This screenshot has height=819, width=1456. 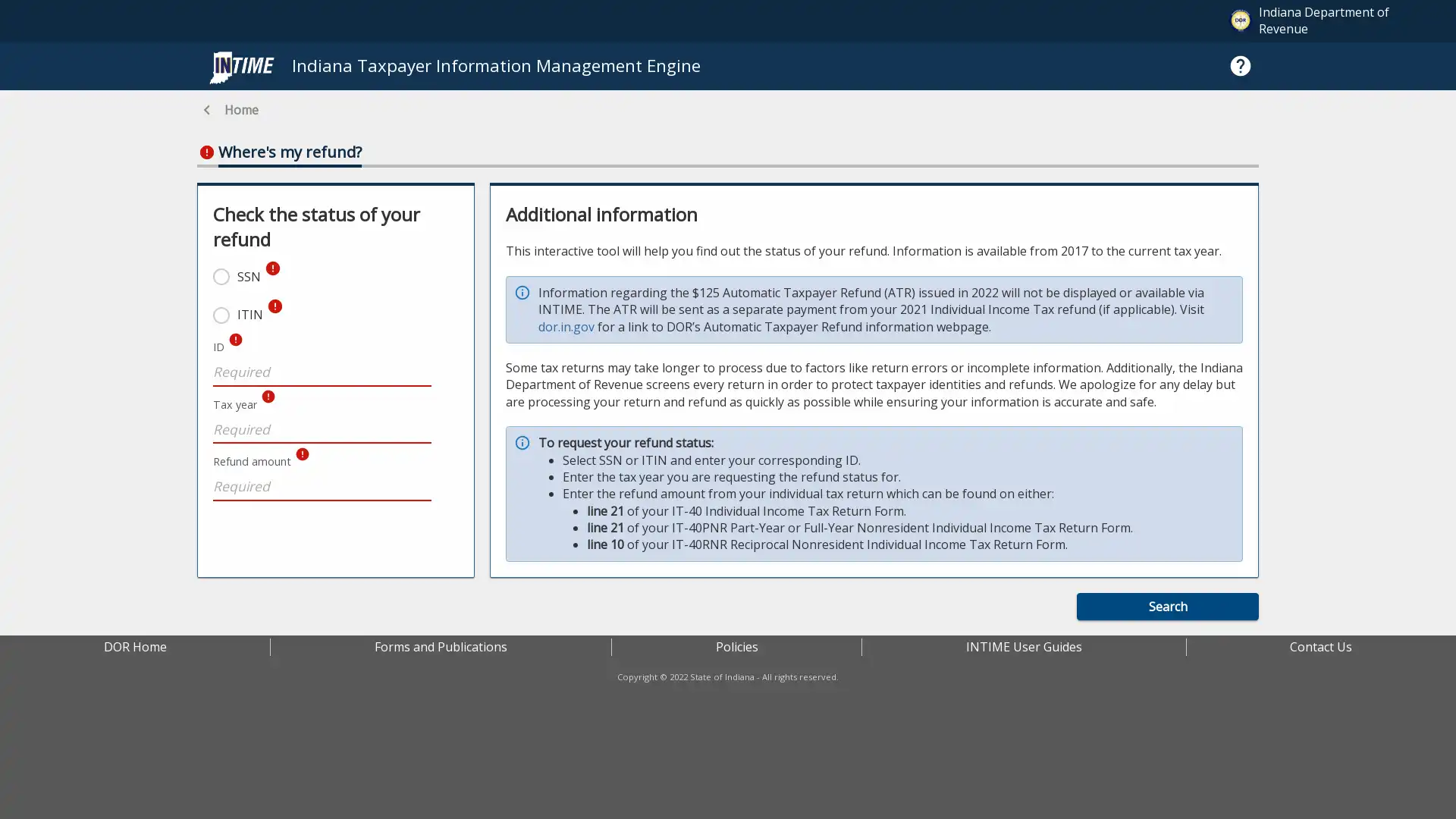 What do you see at coordinates (1167, 605) in the screenshot?
I see `Search` at bounding box center [1167, 605].